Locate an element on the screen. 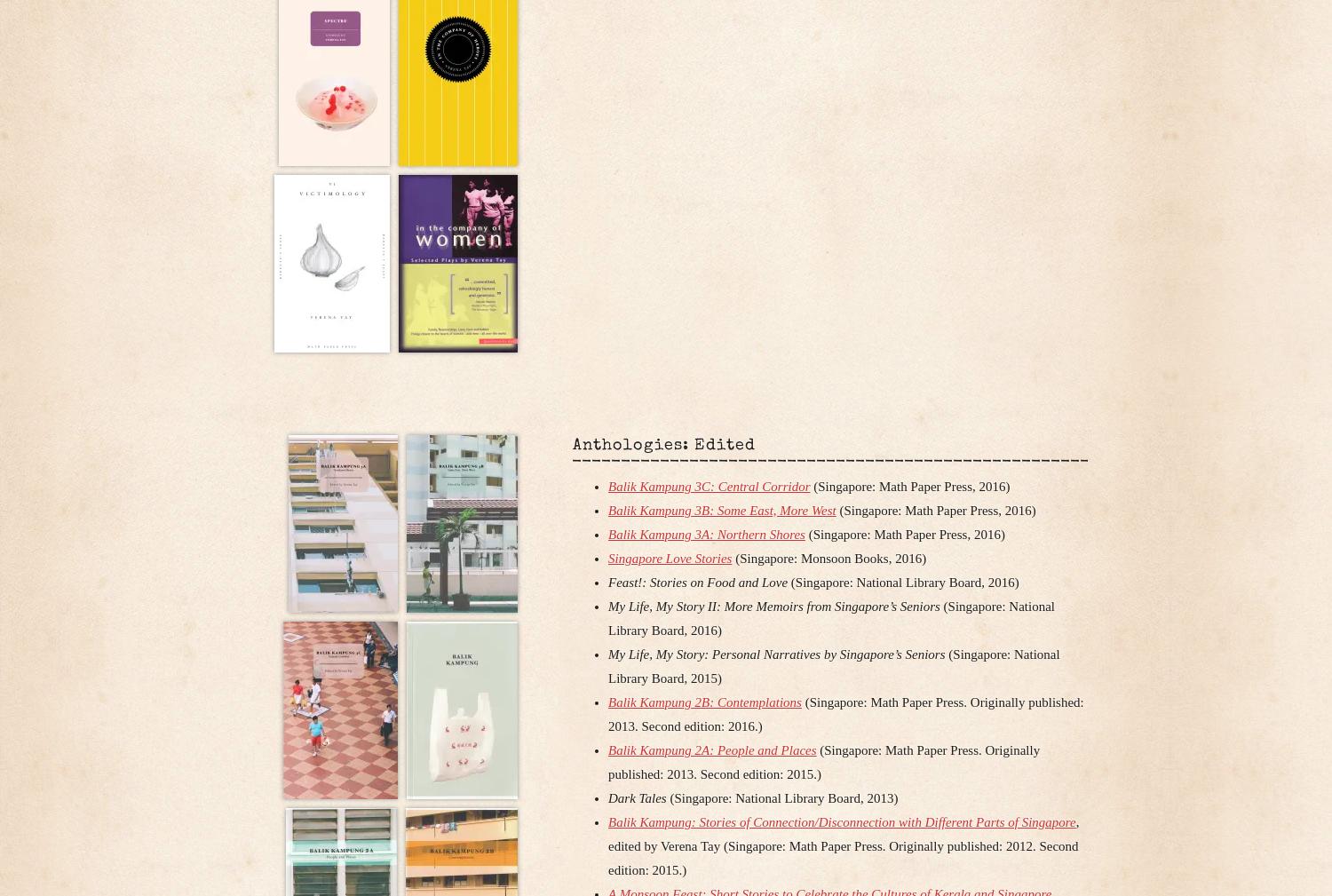  'Balik Kampung: Stories of Connection/Disconnection with Different Parts of Singapore' is located at coordinates (841, 821).